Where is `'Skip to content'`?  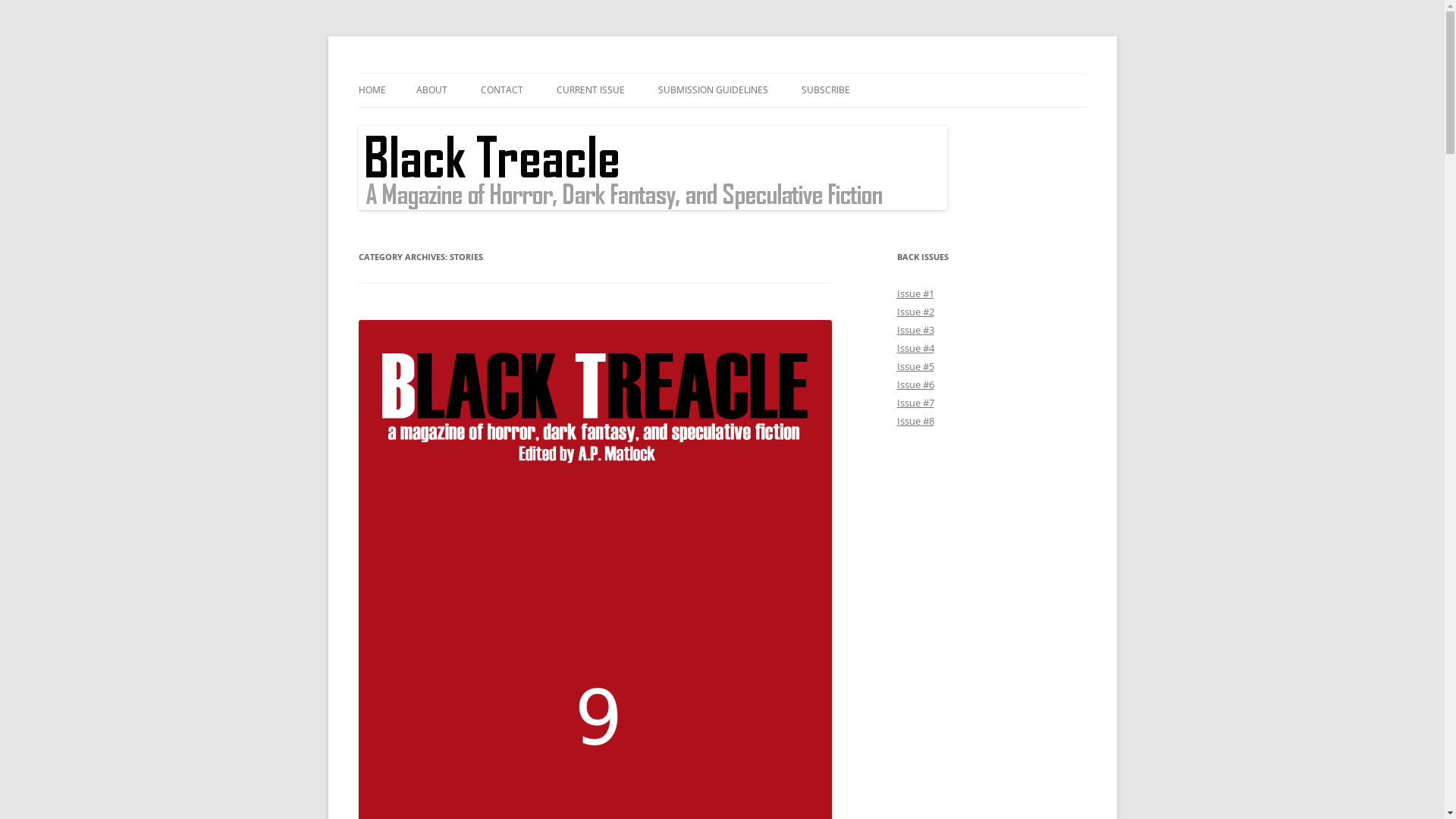
'Skip to content' is located at coordinates (720, 73).